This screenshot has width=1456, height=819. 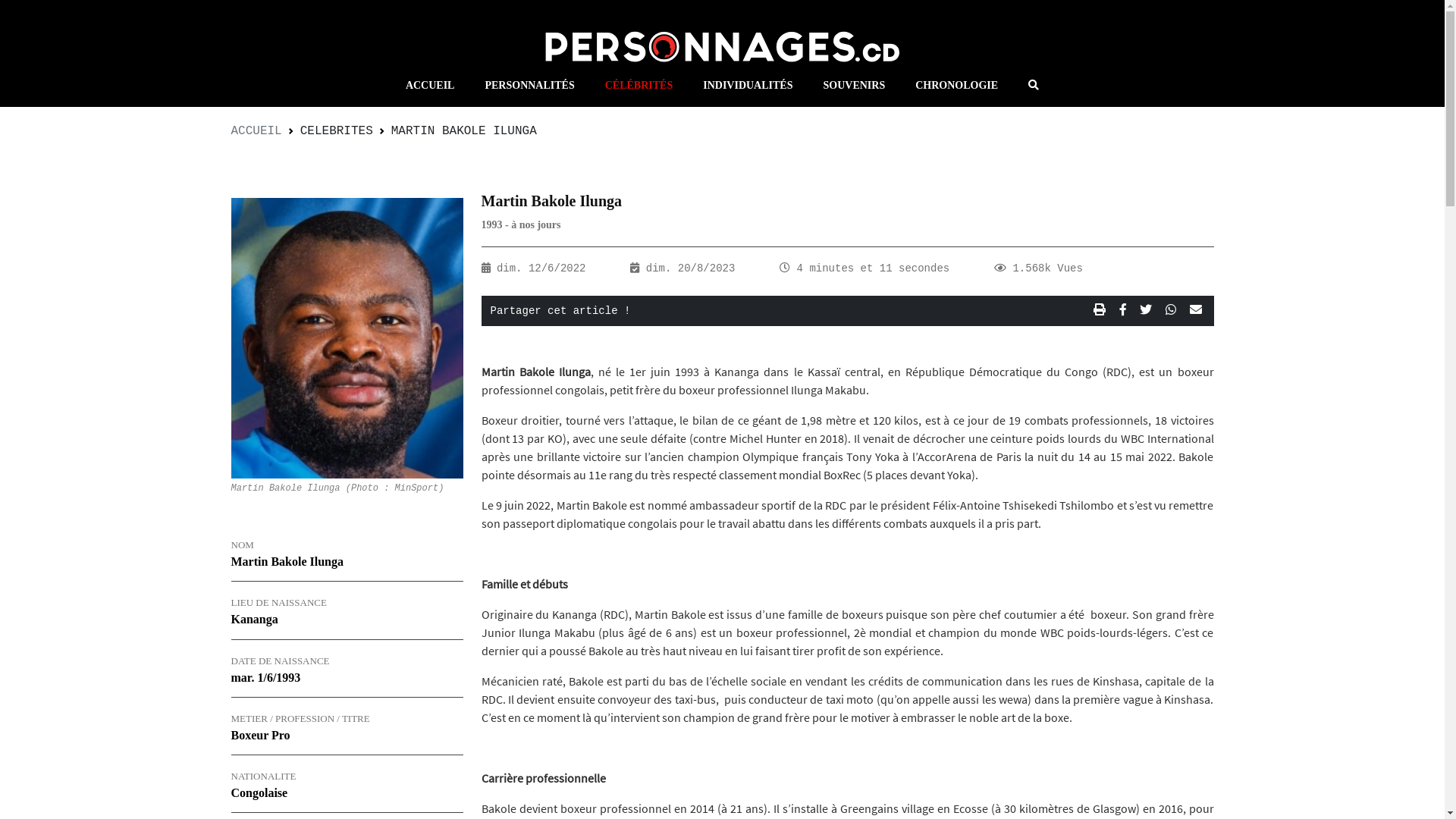 What do you see at coordinates (1185, 309) in the screenshot?
I see `'Share by Email'` at bounding box center [1185, 309].